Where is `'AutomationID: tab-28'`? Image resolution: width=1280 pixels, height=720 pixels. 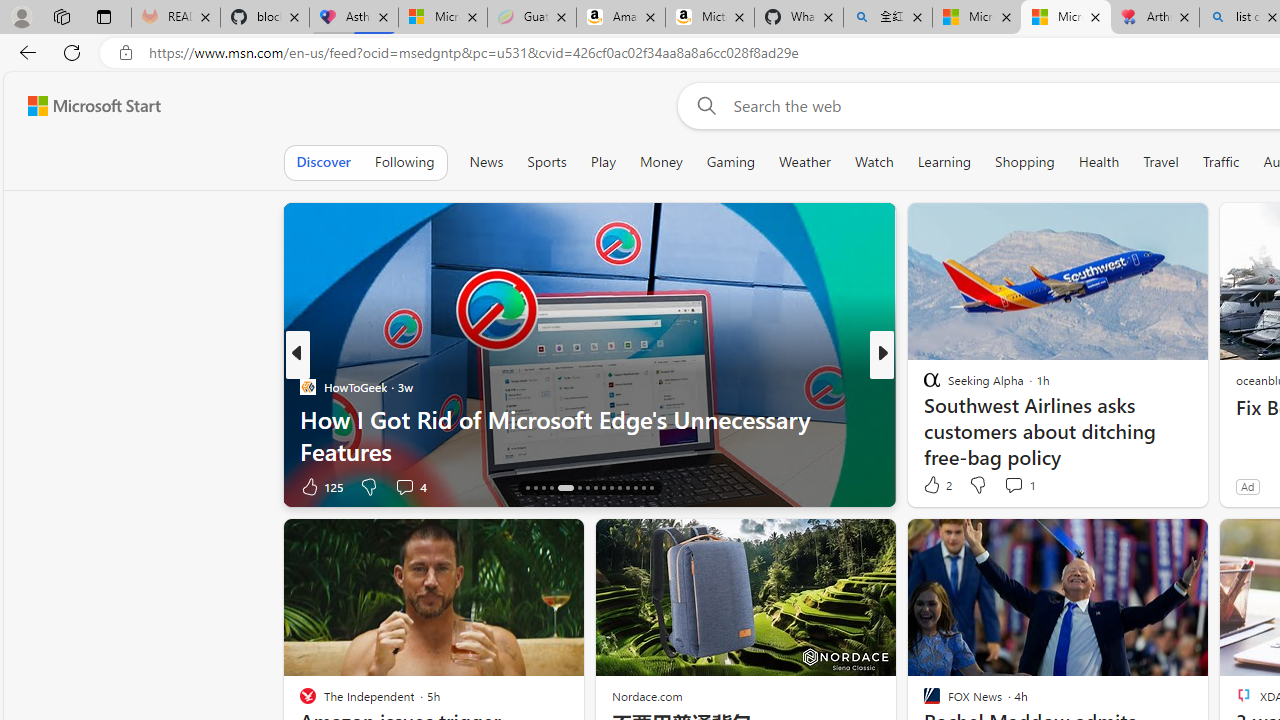
'AutomationID: tab-28' is located at coordinates (634, 488).